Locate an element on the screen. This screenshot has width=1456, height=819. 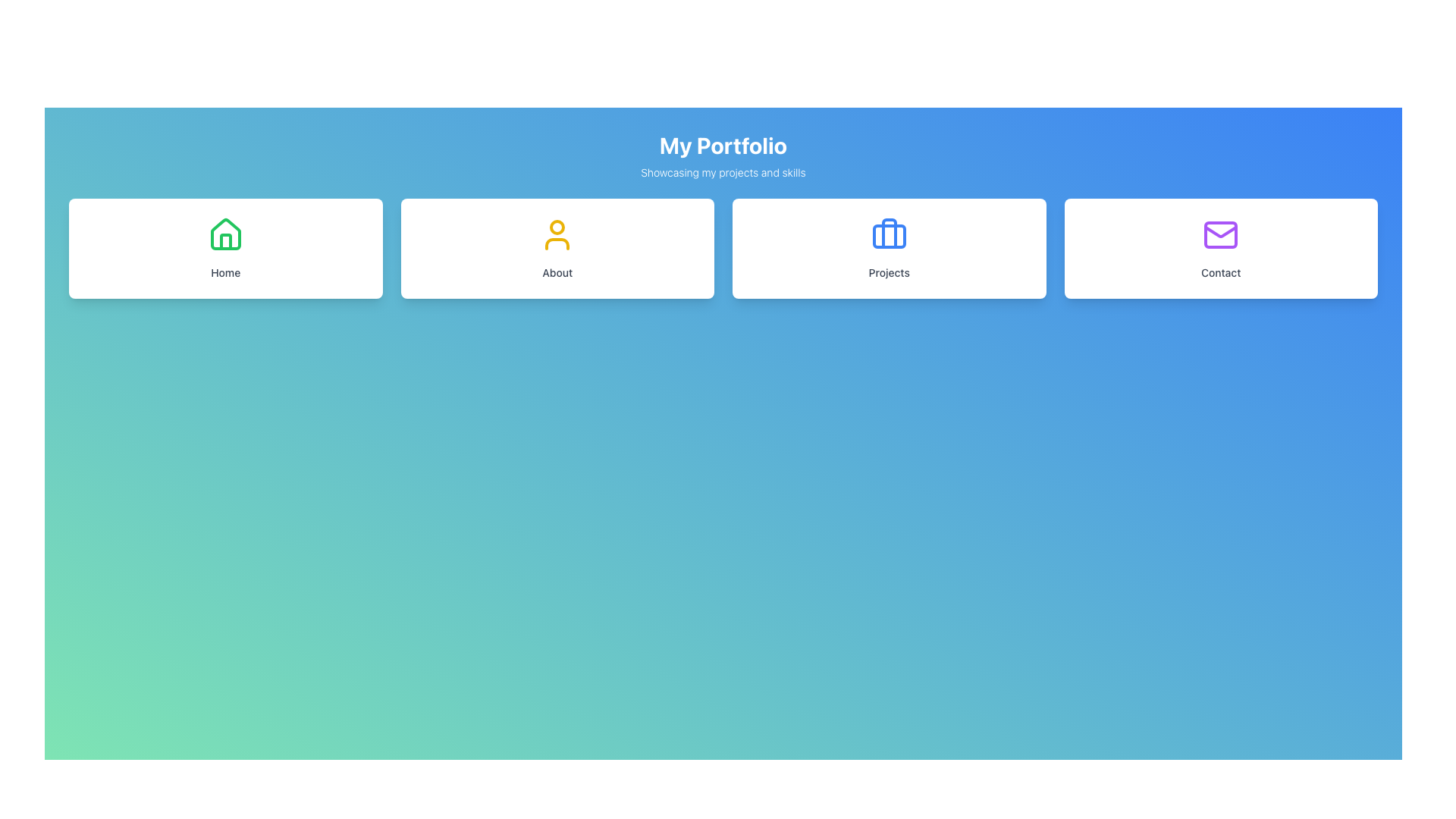
the 'Projects' card, which is the third card from the left in a horizontal grid of four cards is located at coordinates (889, 247).